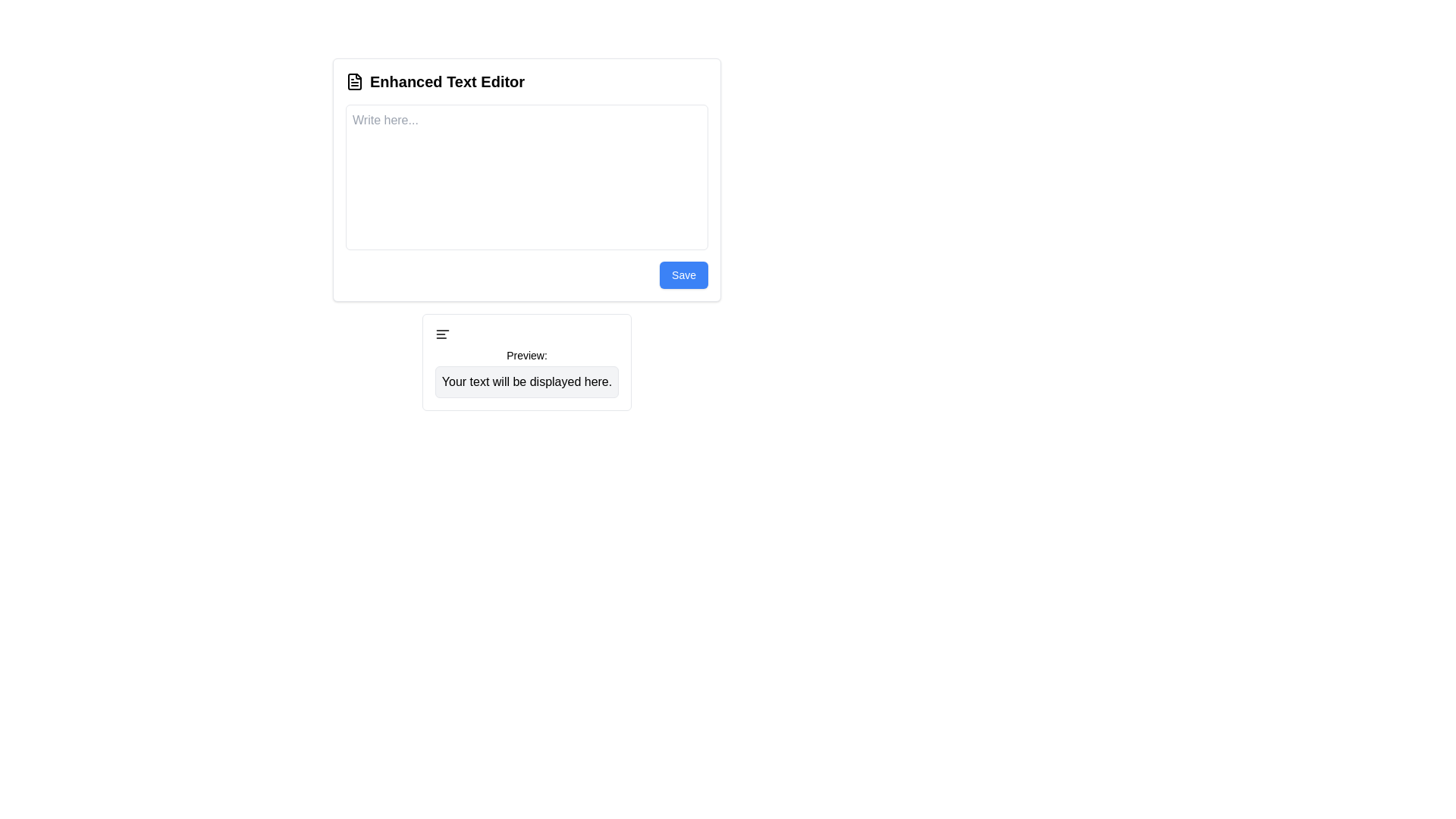 This screenshot has height=819, width=1456. I want to click on alignment functionality icon, which is represented by three horizontal lines in a minimalist style located in the top-left corner of the preview box below the text editor, so click(441, 333).